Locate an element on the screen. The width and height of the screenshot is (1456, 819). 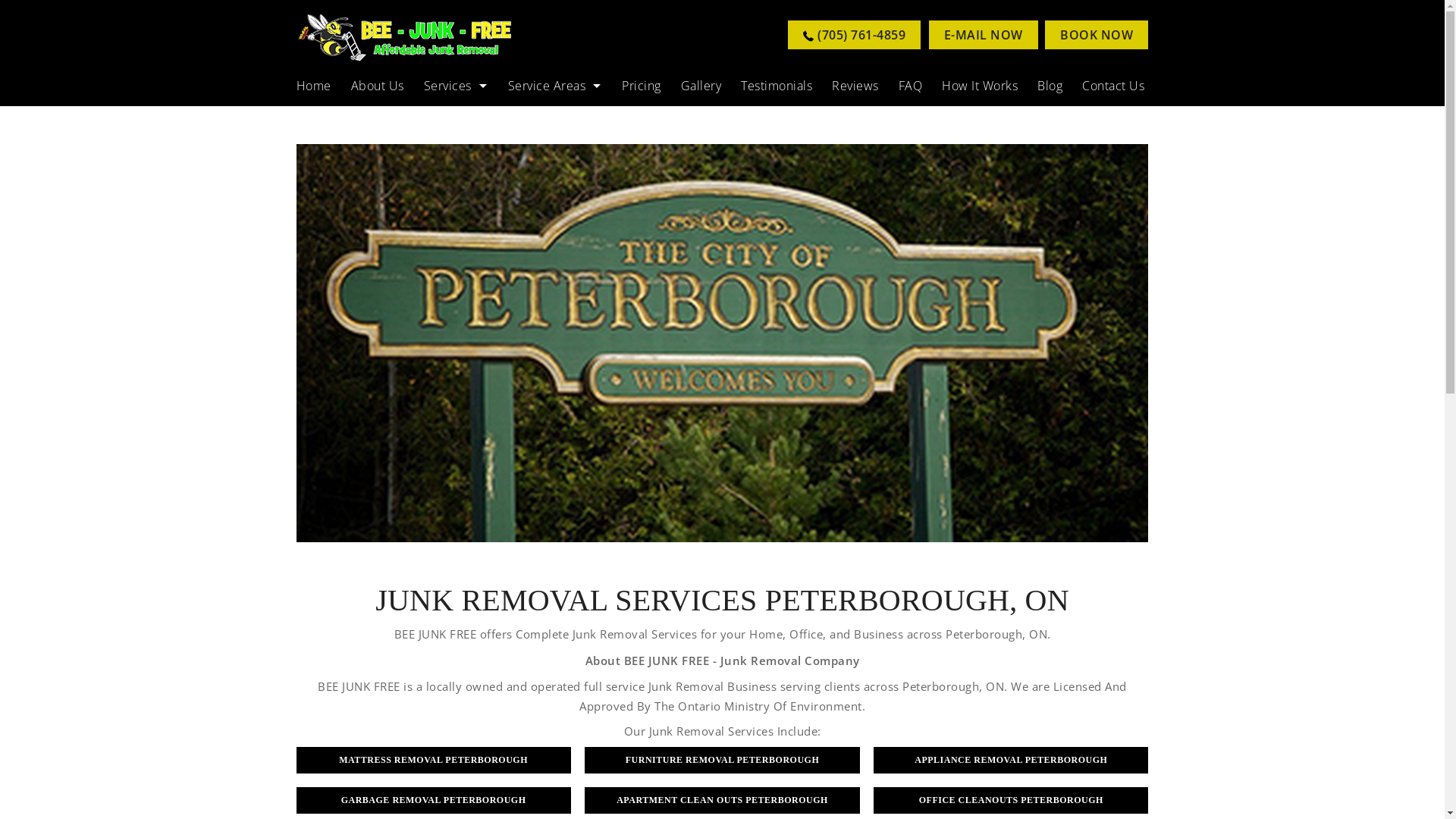
'Home' is located at coordinates (318, 86).